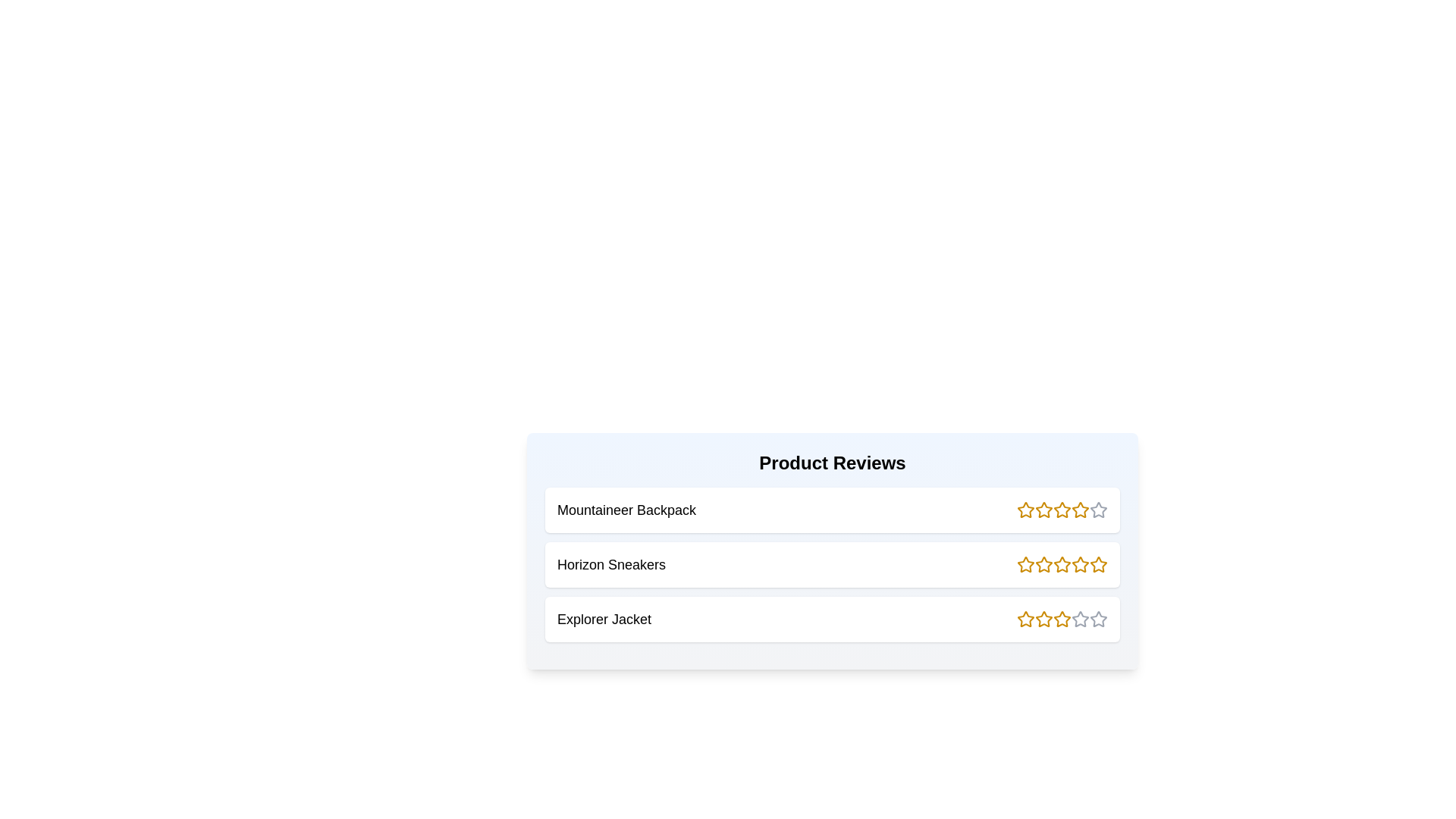  What do you see at coordinates (603, 620) in the screenshot?
I see `the product name Explorer Jacket to select it` at bounding box center [603, 620].